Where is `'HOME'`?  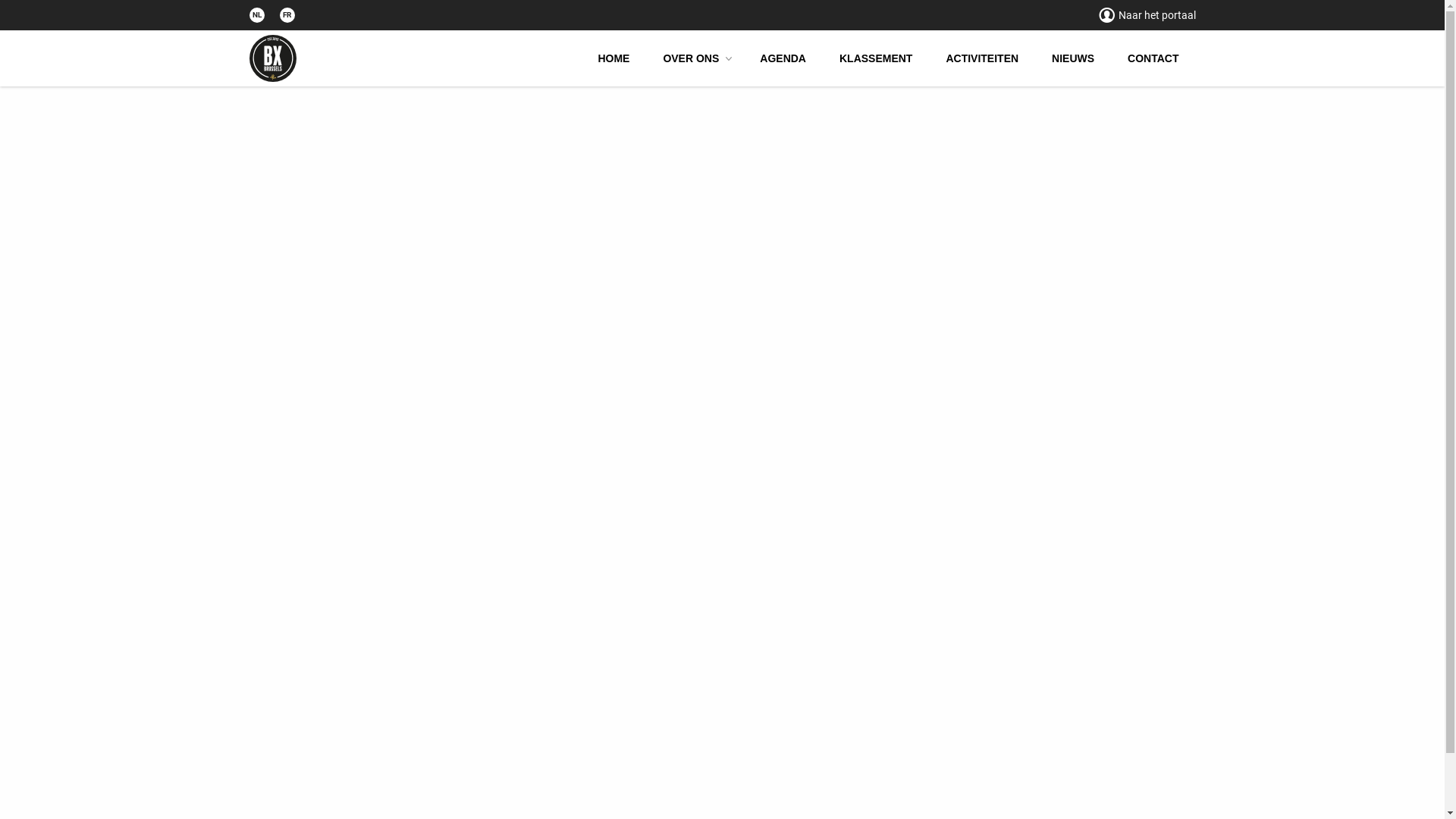 'HOME' is located at coordinates (613, 58).